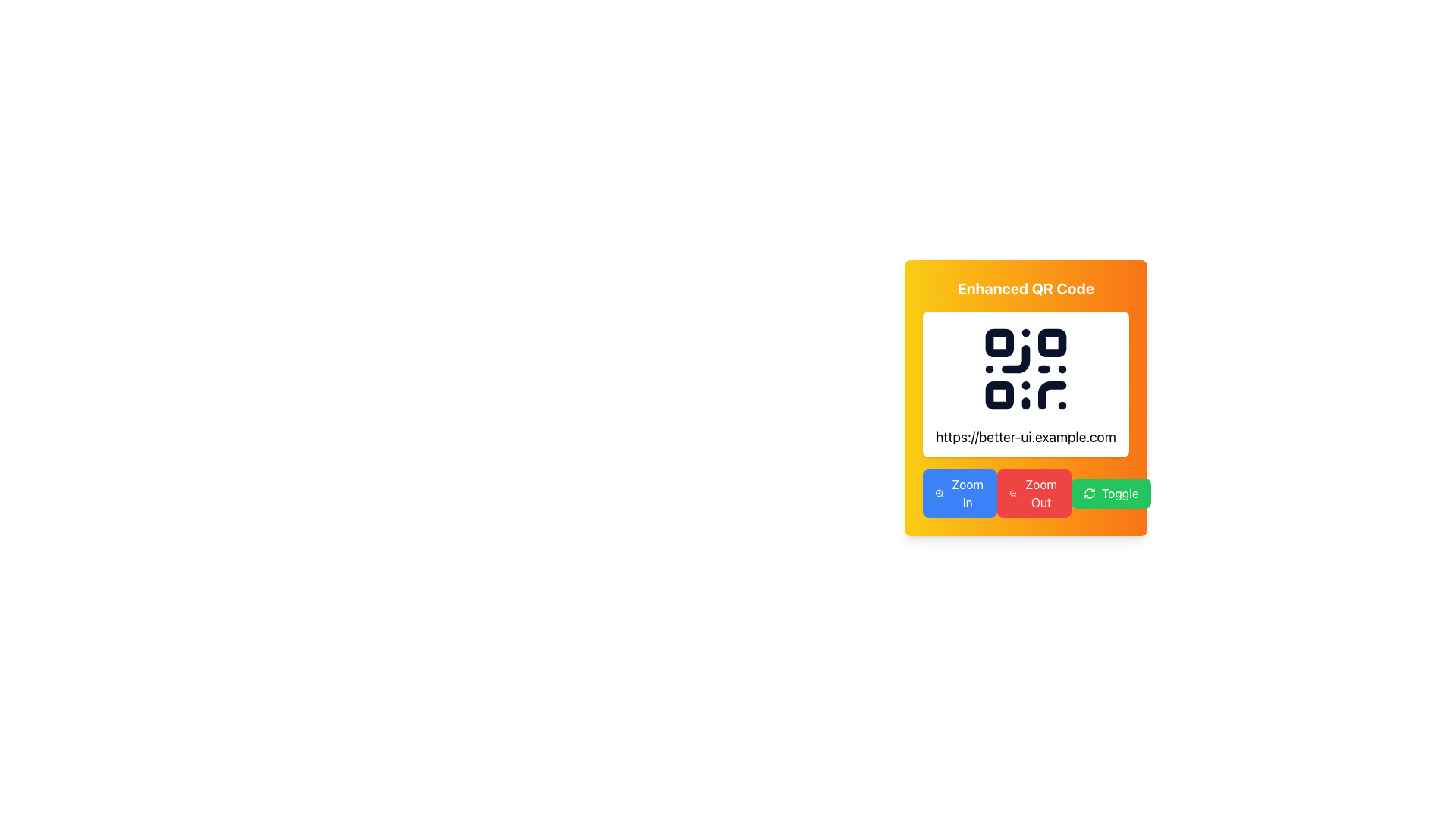 The image size is (1456, 819). Describe the element at coordinates (939, 494) in the screenshot. I see `the Zoom In icon located within the blue button at the lower-left corner of the main card section` at that location.